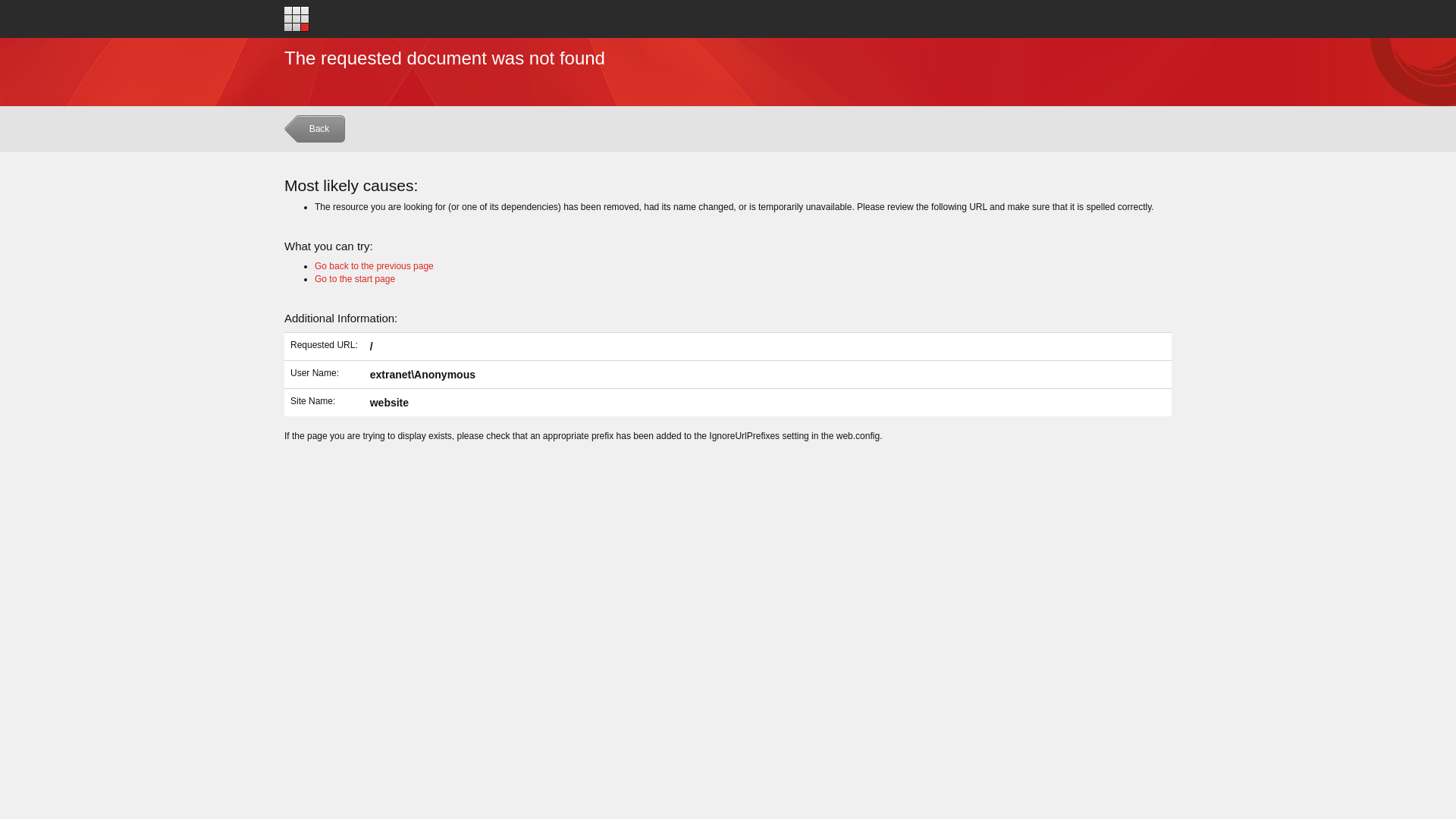  I want to click on 'Go to the start page', so click(354, 278).